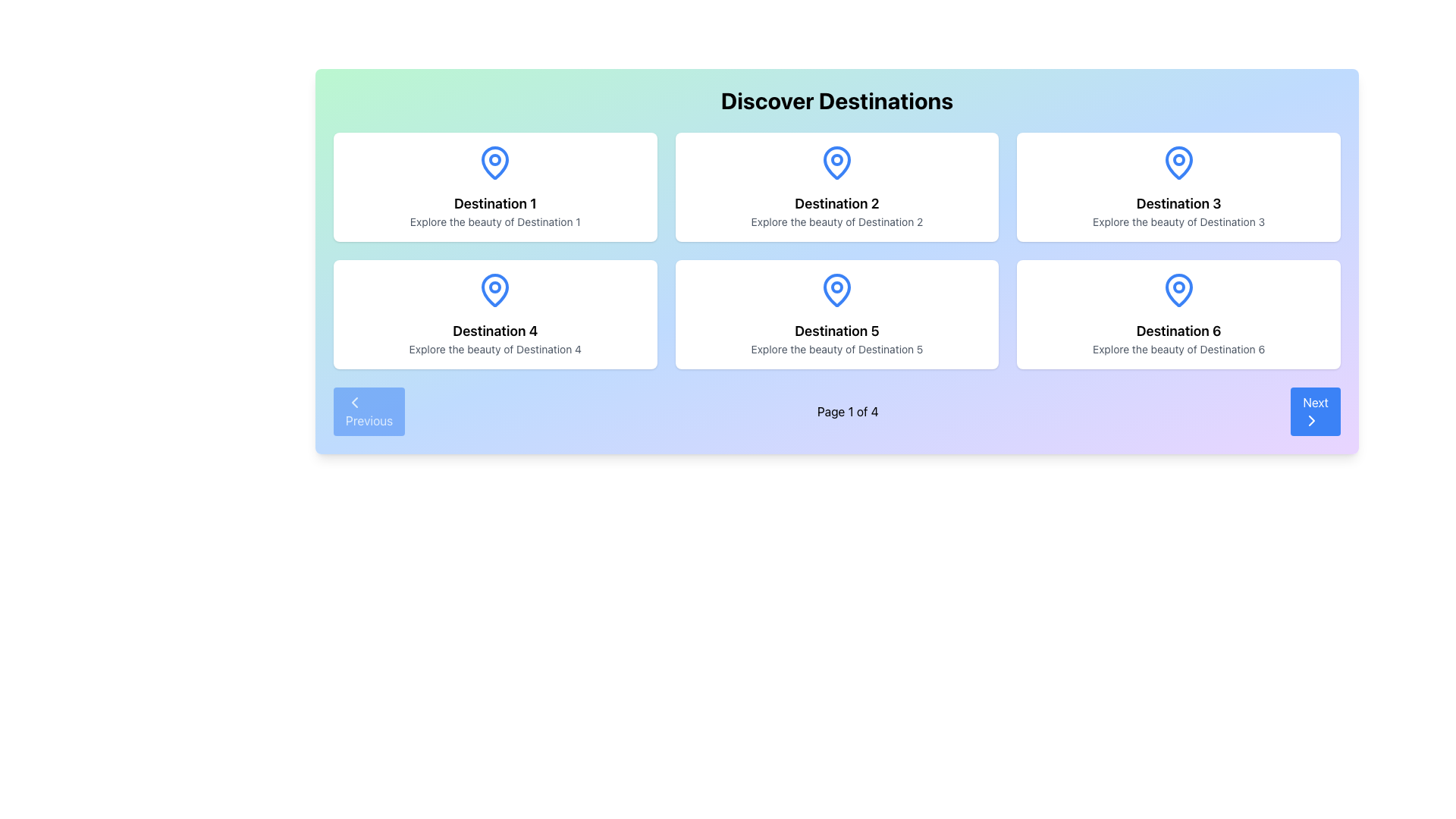  Describe the element at coordinates (1178, 222) in the screenshot. I see `the text label that reads 'Explore the beauty of Destination 3', located directly beneath the title 'Destination 3' in the top-right card of a 2x3 grid layout` at that location.